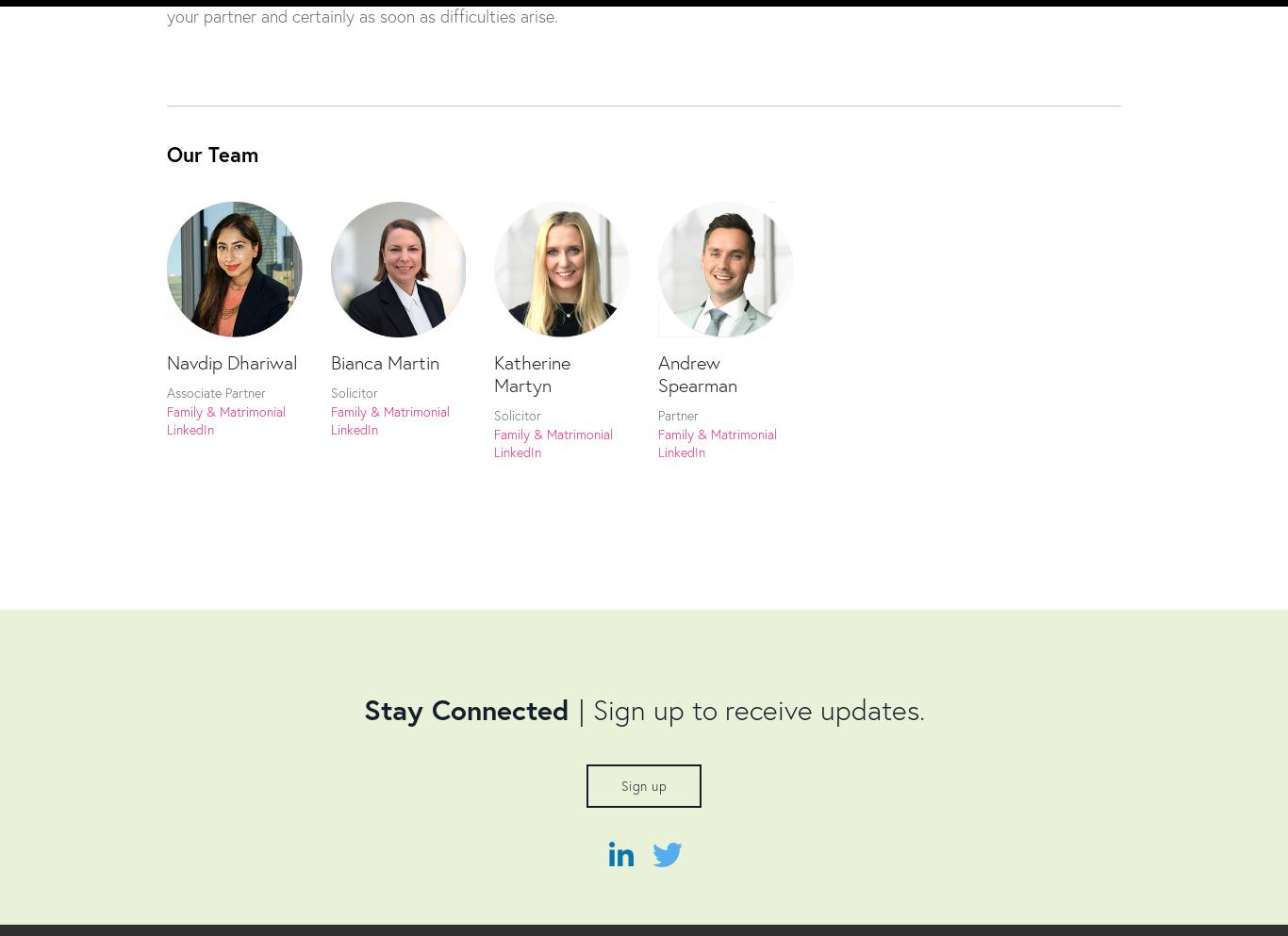 Image resolution: width=1288 pixels, height=936 pixels. Describe the element at coordinates (383, 360) in the screenshot. I see `'Bianca Martin'` at that location.